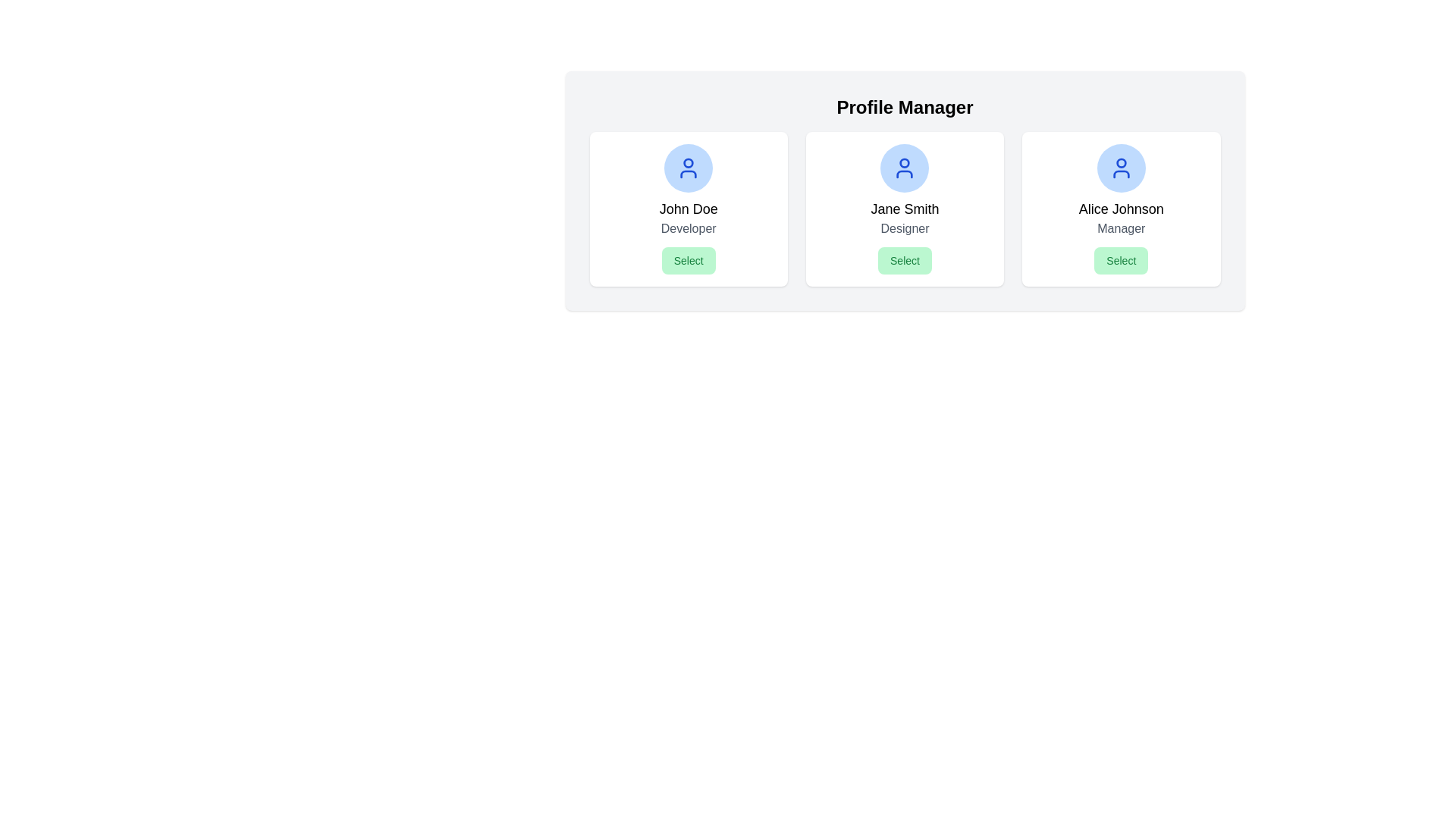 The height and width of the screenshot is (819, 1456). Describe the element at coordinates (688, 209) in the screenshot. I see `the Profile card for 'John Doe', which includes a 'Select' button and is the first in a row of three cards` at that location.